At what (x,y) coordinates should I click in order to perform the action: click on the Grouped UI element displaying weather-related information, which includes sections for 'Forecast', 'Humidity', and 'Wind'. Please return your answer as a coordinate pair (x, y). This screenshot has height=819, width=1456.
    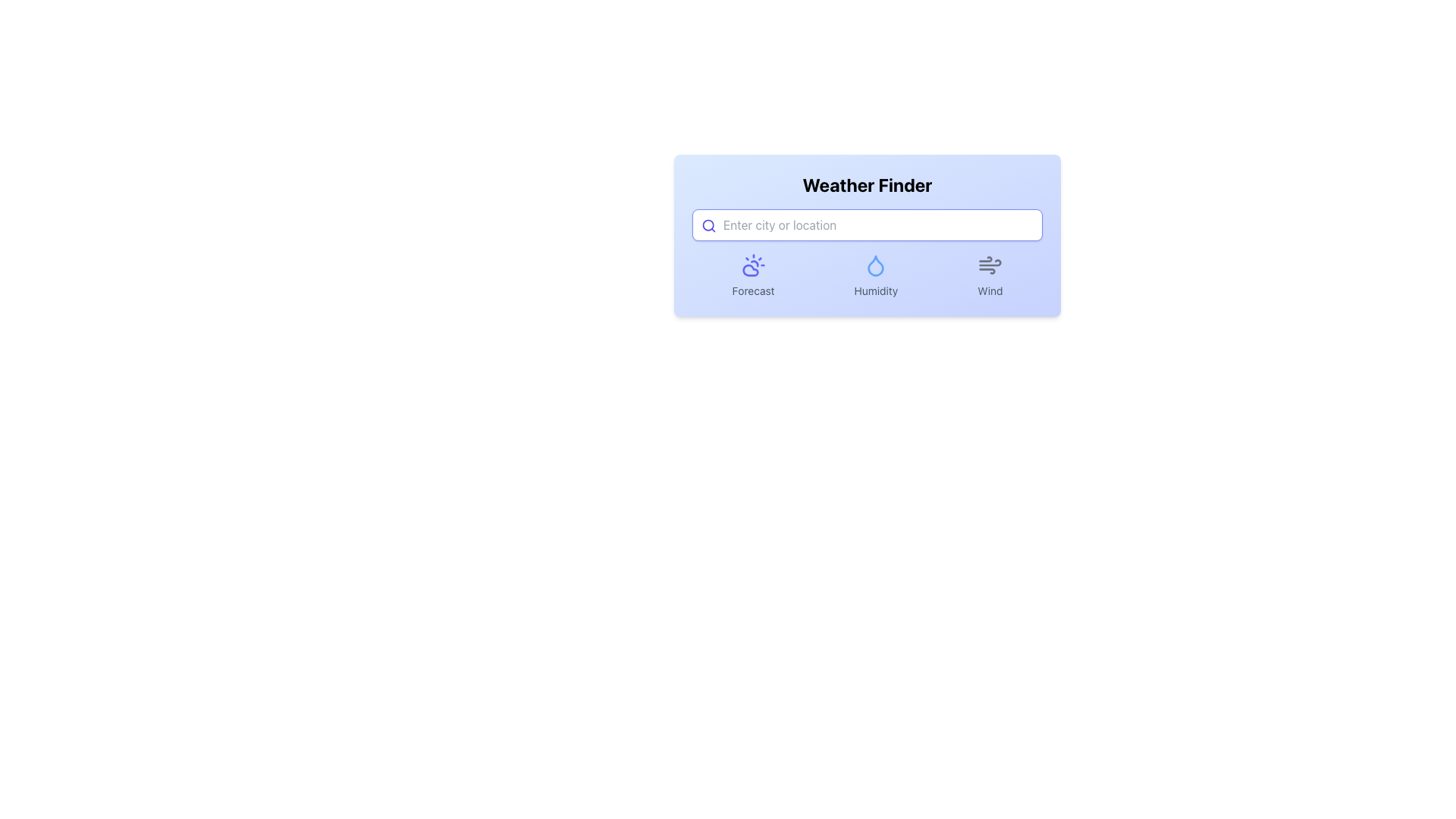
    Looking at the image, I should click on (867, 275).